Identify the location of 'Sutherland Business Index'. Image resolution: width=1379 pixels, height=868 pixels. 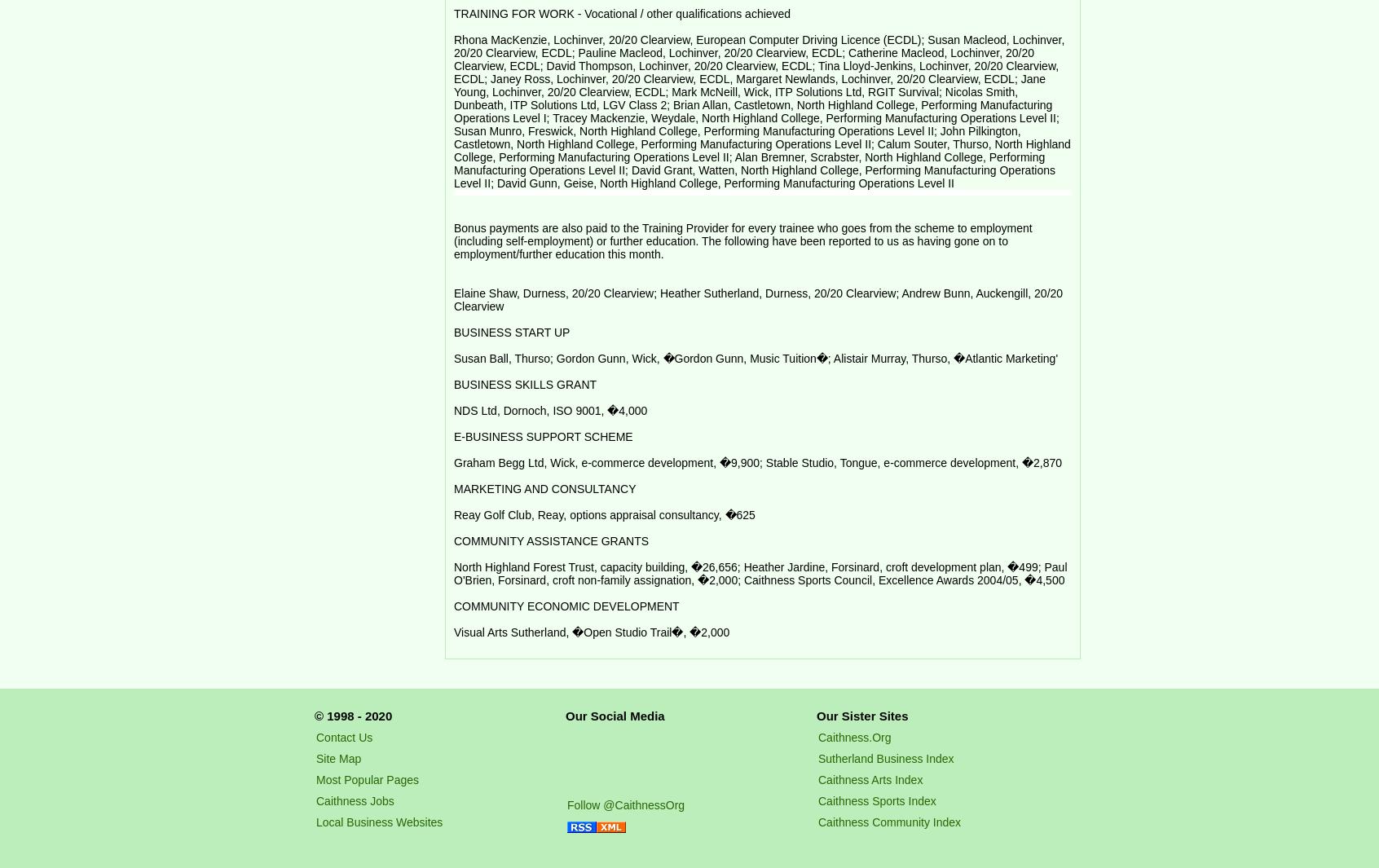
(885, 757).